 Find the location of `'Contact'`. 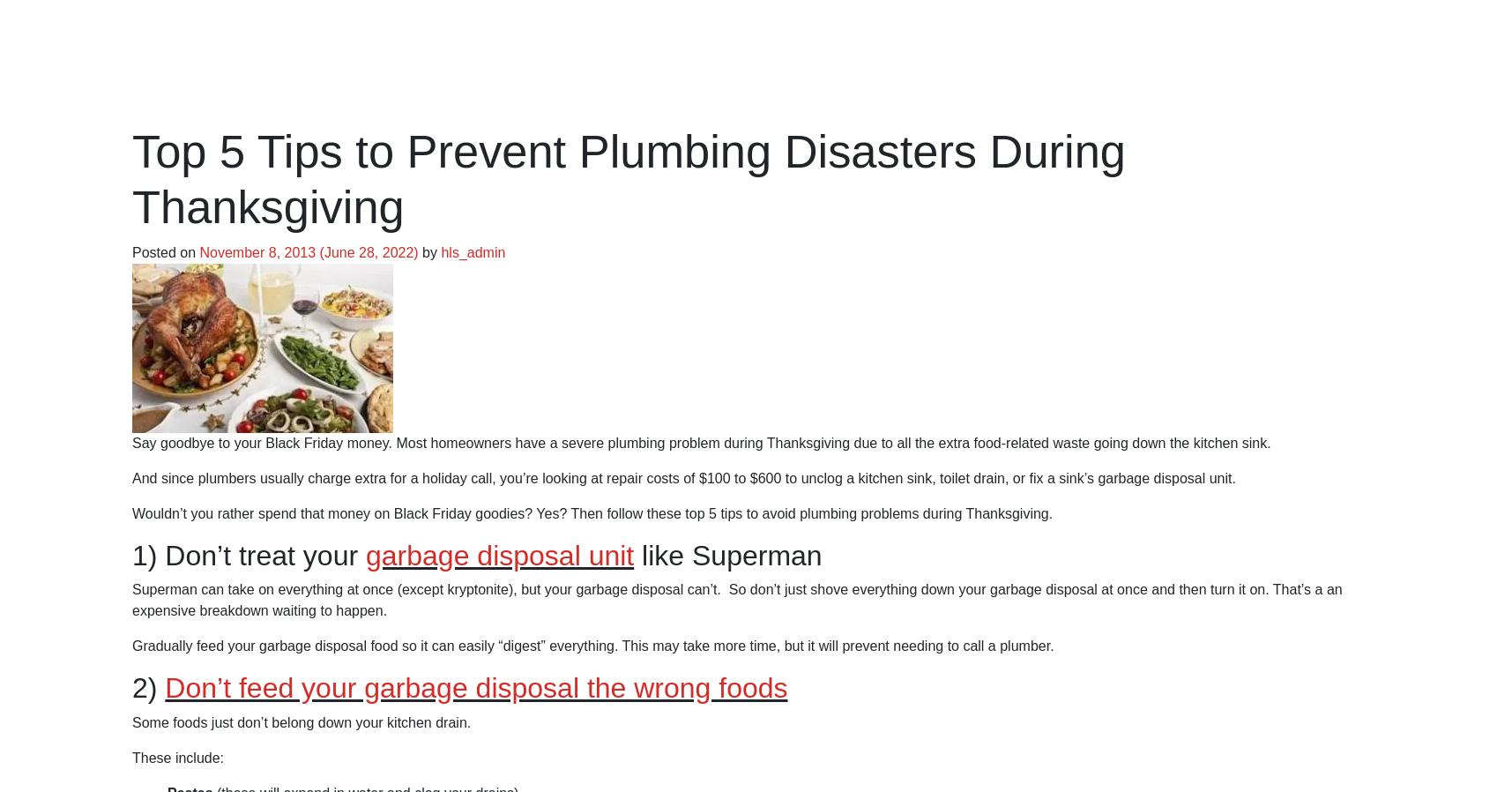

'Contact' is located at coordinates (1128, 83).